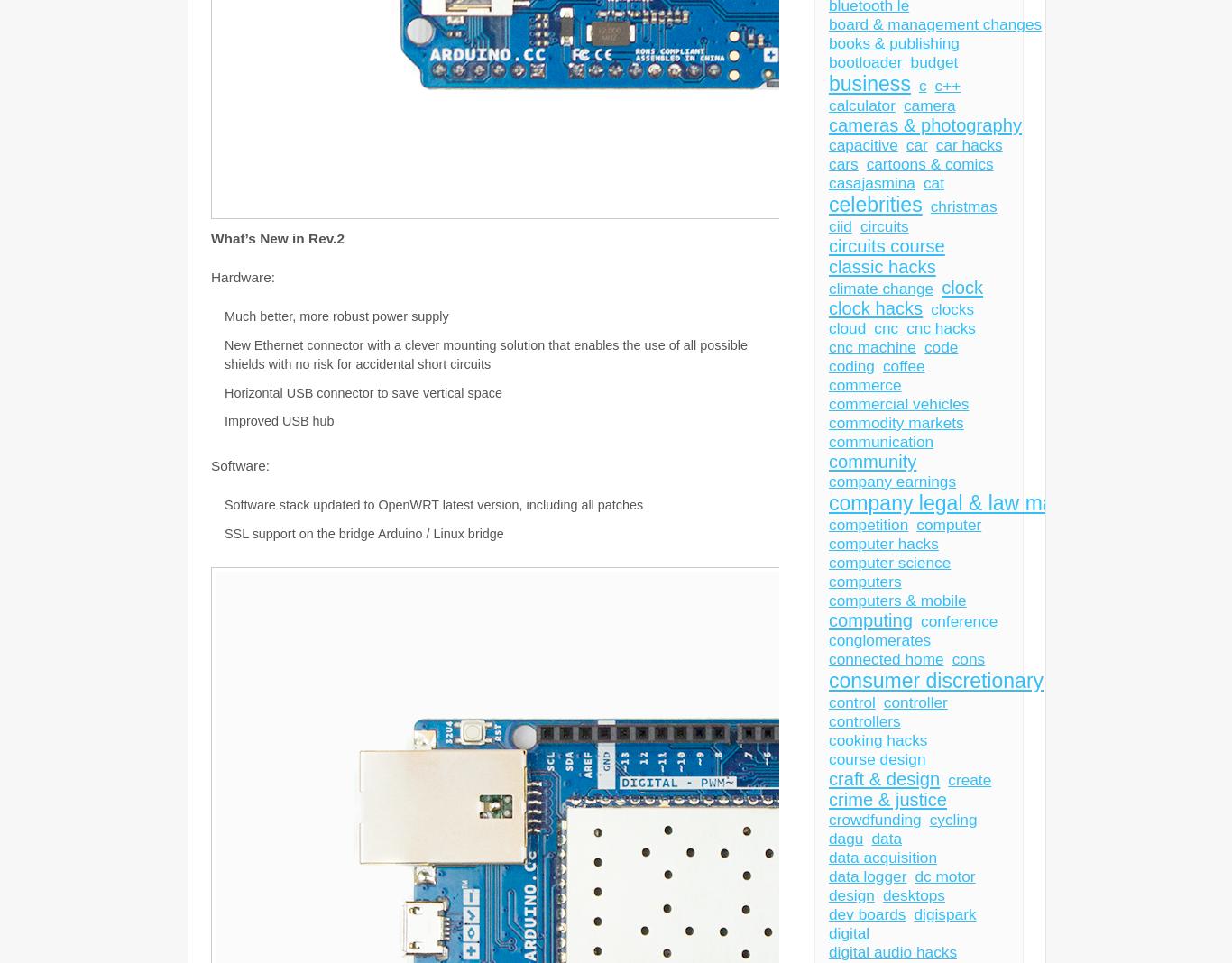 The height and width of the screenshot is (963, 1232). I want to click on 'budget', so click(910, 60).